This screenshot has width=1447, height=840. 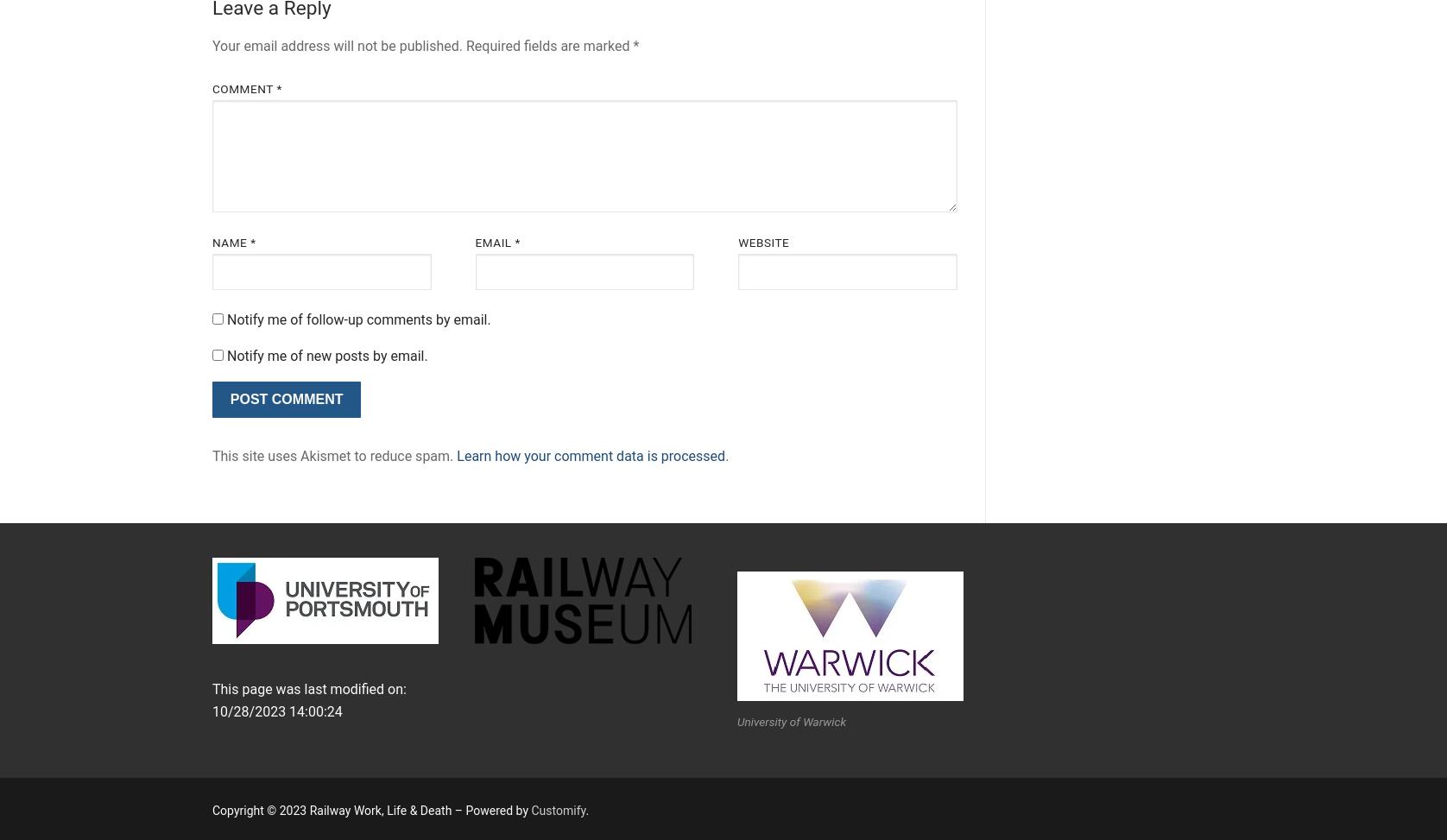 I want to click on 'Notify me of new posts by email.', so click(x=325, y=355).